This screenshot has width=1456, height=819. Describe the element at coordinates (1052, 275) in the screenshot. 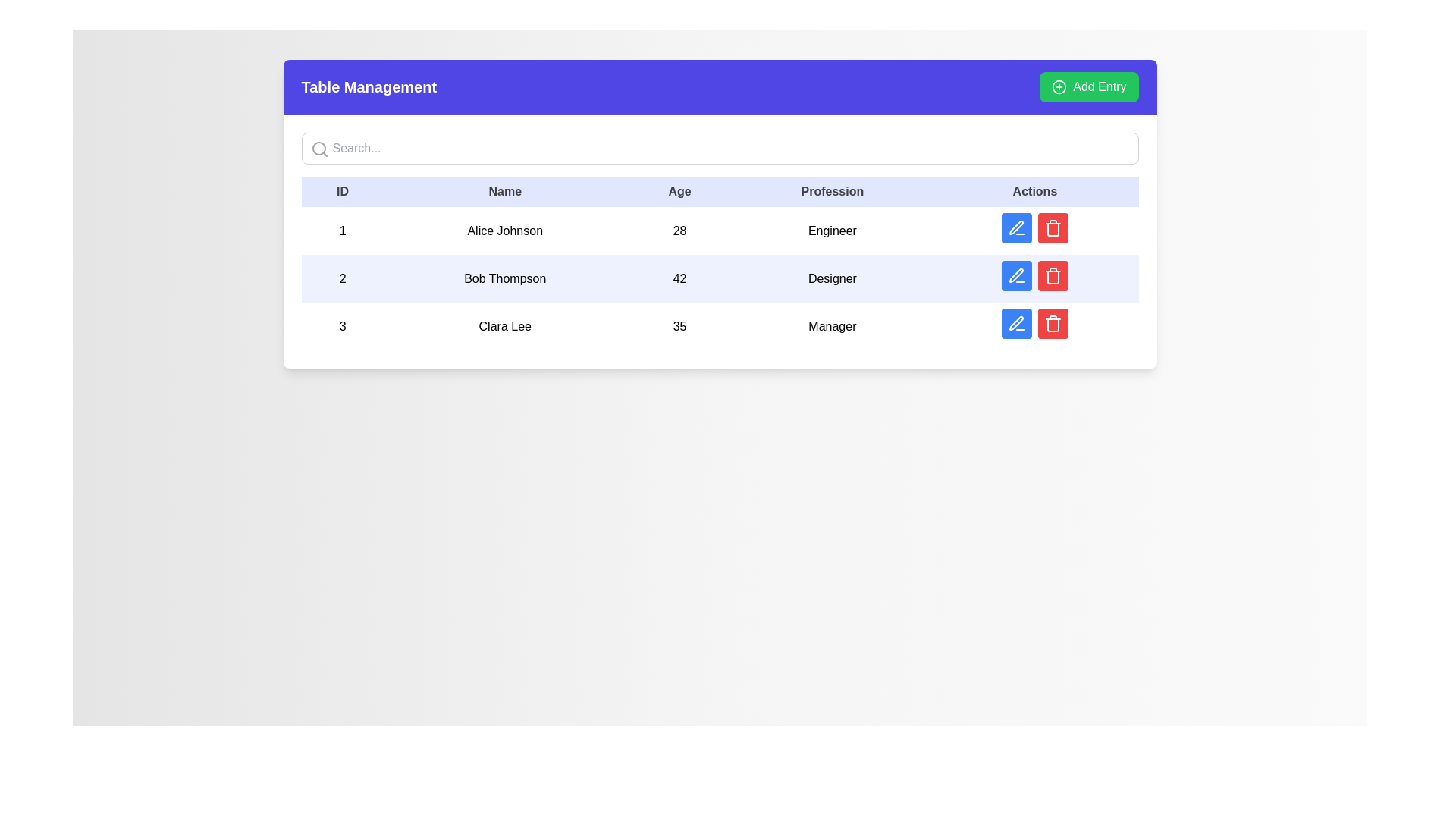

I see `the trash can icon button in the Actions column of the second row` at that location.